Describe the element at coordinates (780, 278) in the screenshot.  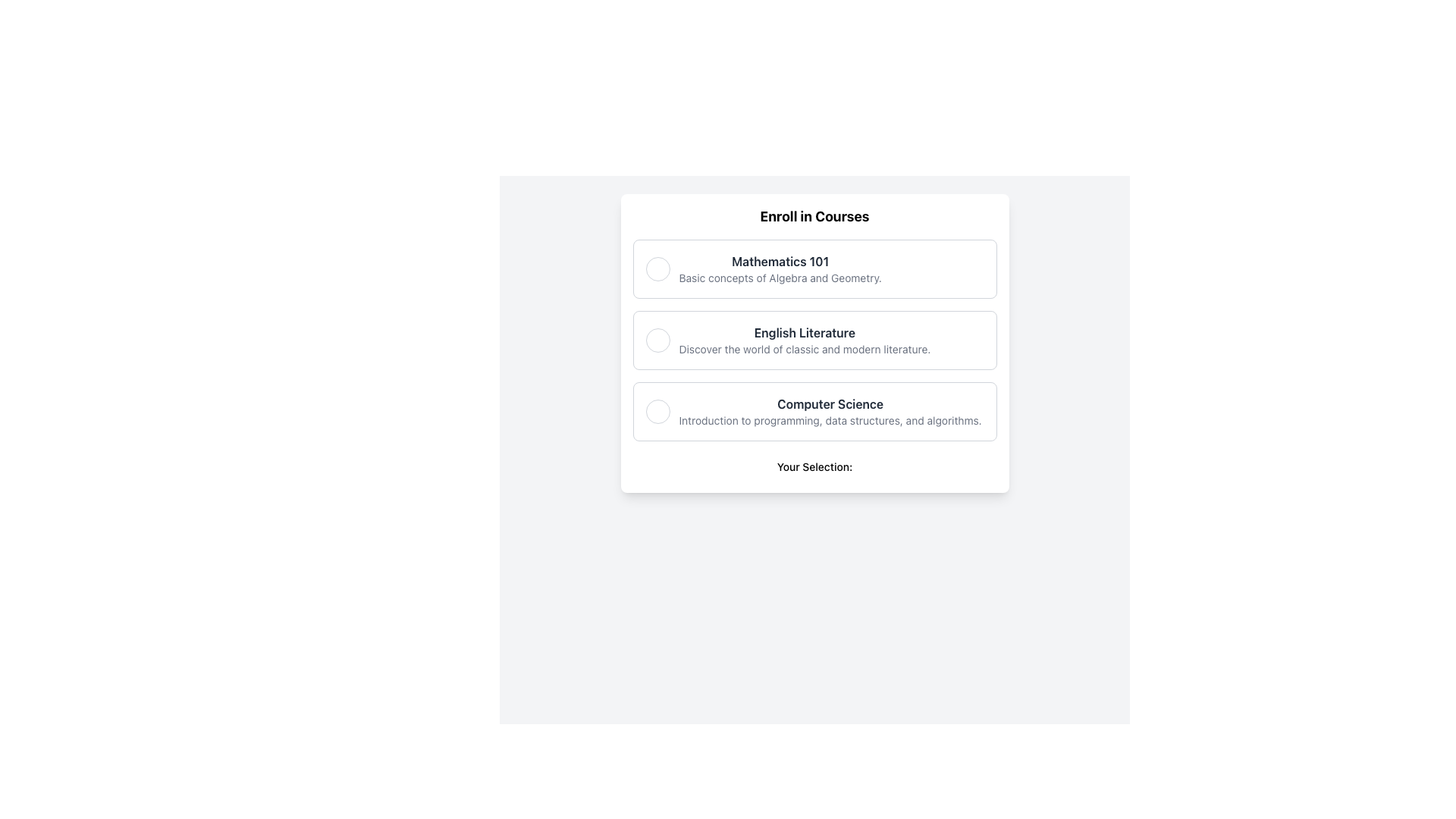
I see `the supplementary information text label for the 'Mathematics 101' course, which is located directly beneath the course heading in the course selection interface` at that location.